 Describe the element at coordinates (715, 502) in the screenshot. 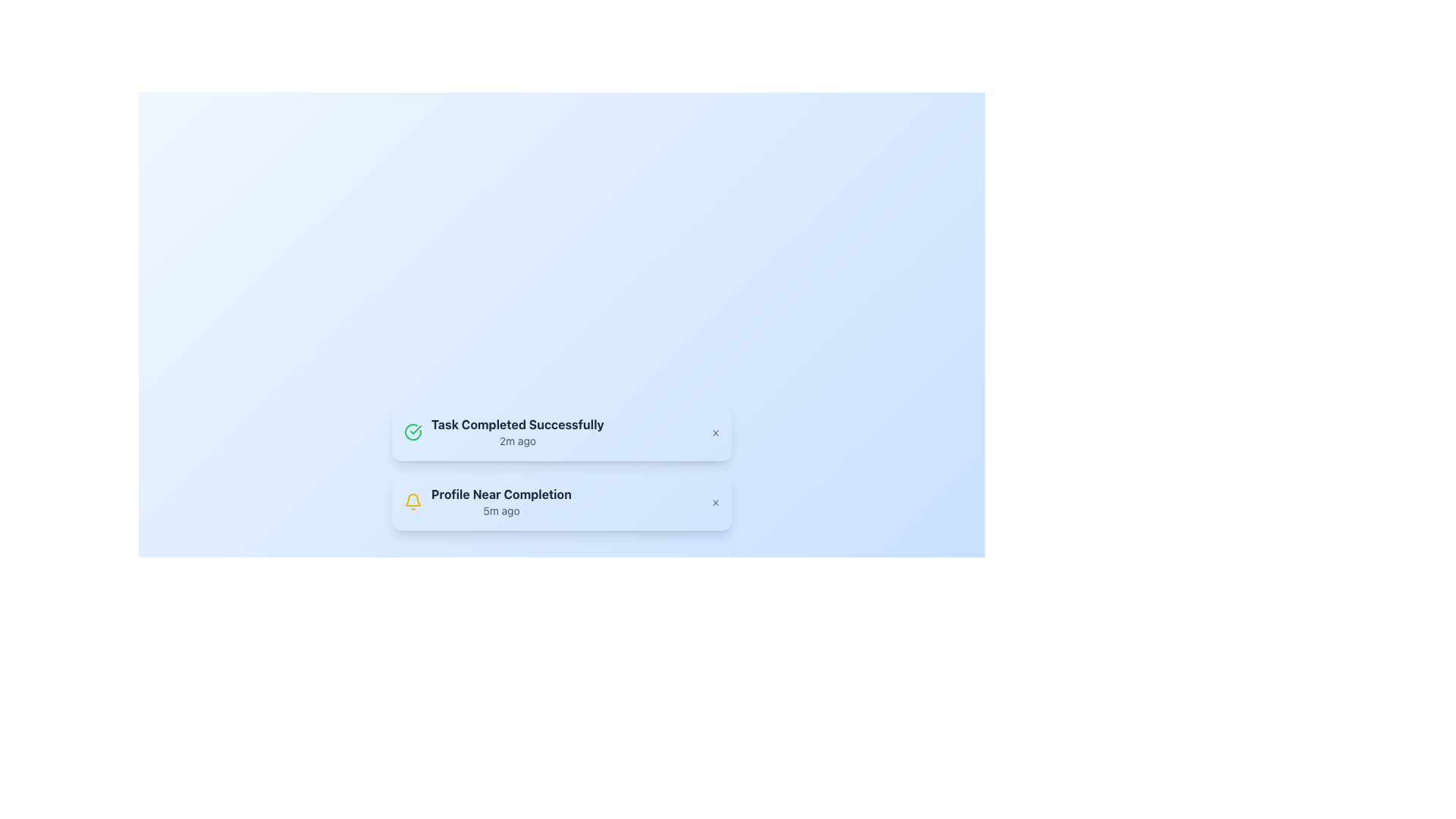

I see `the small gray '×' icon in the top-right corner of the 'Profile Near Completion' notification block` at that location.